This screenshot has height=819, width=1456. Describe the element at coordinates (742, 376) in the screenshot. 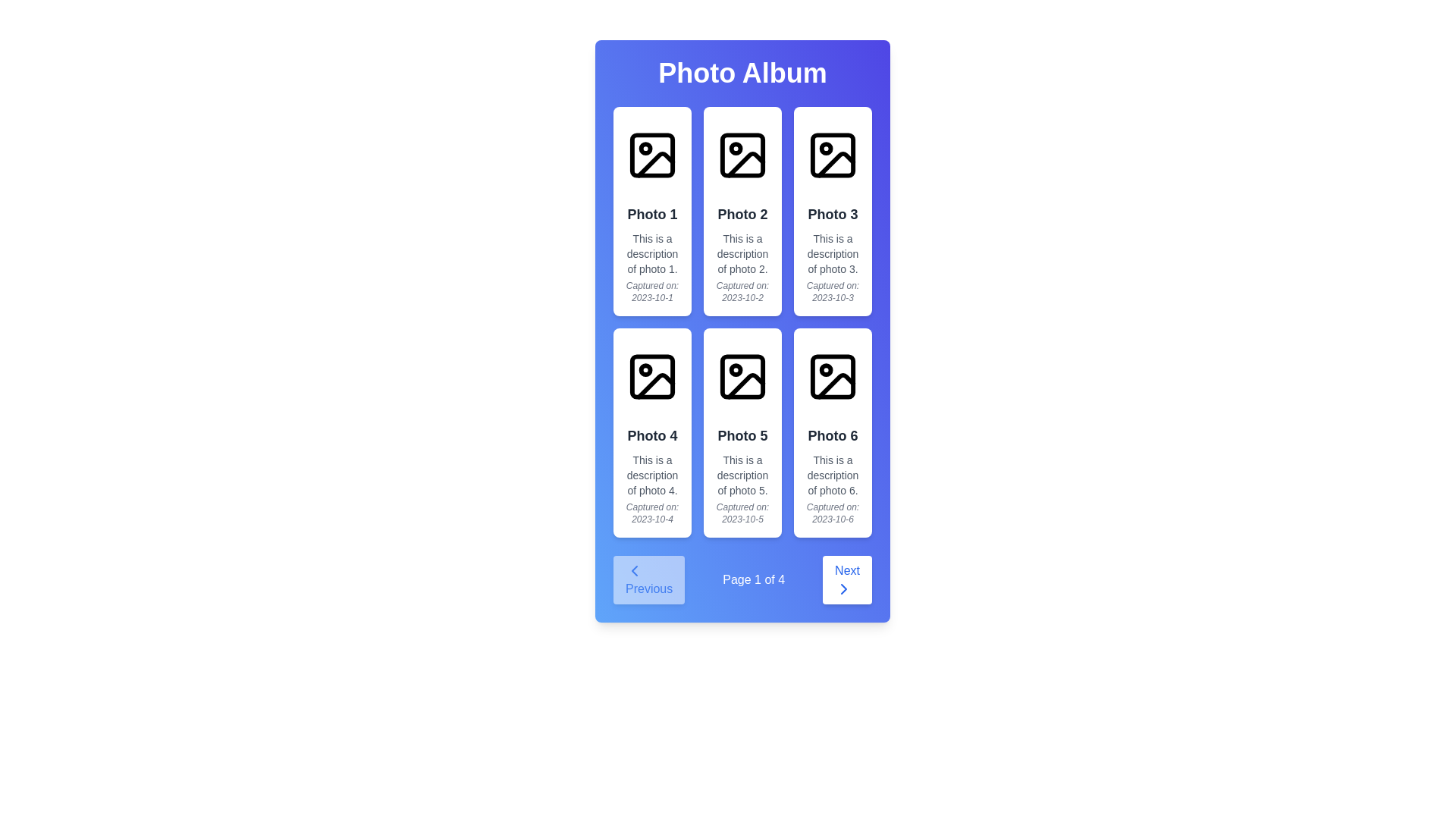

I see `the visual decoration within the image icon representing 'Photo 5' located in the second row and second column of the grid layout` at that location.